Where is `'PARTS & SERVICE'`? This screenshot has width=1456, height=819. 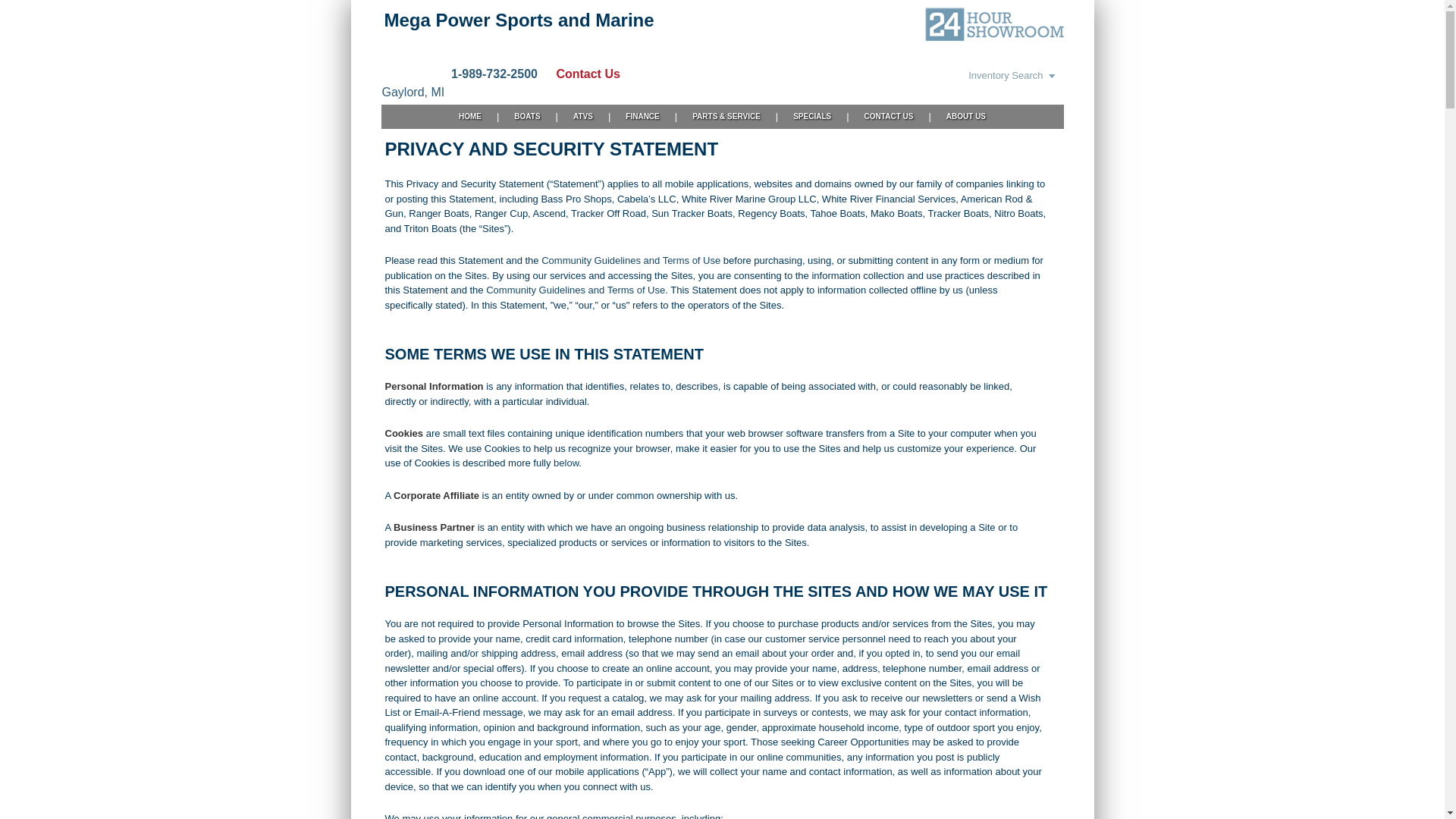
'PARTS & SERVICE' is located at coordinates (726, 116).